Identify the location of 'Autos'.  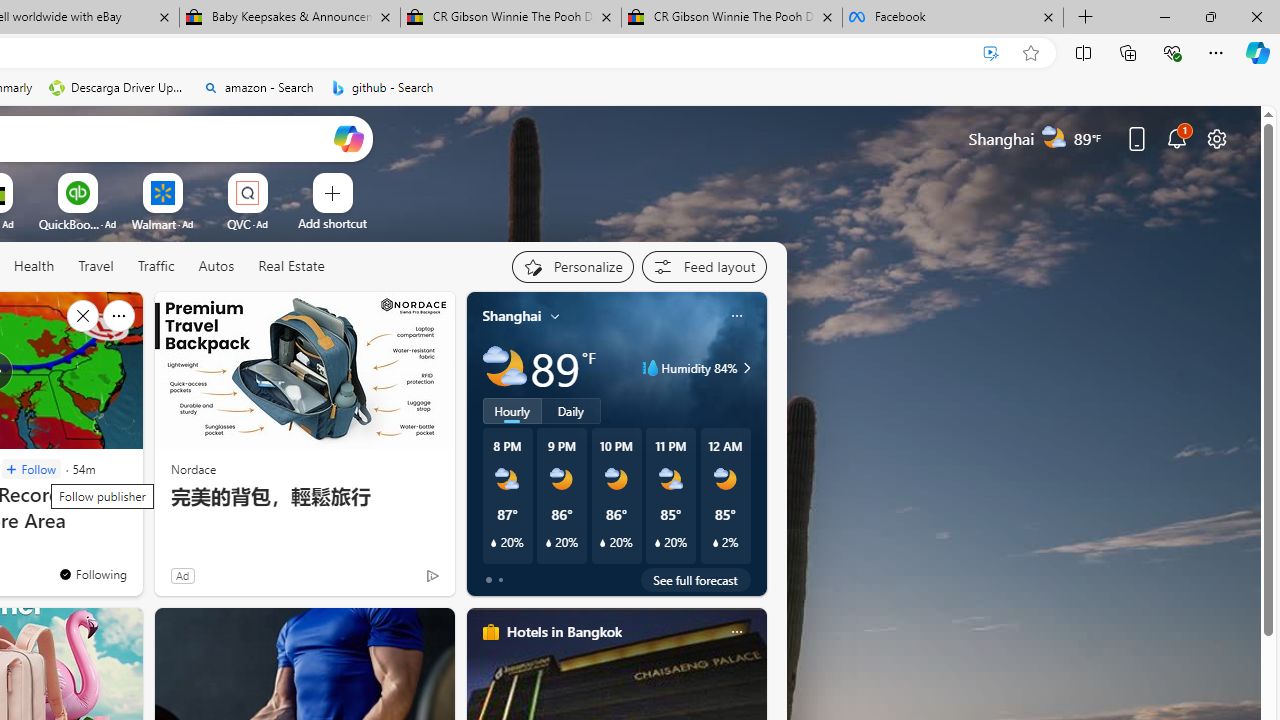
(216, 265).